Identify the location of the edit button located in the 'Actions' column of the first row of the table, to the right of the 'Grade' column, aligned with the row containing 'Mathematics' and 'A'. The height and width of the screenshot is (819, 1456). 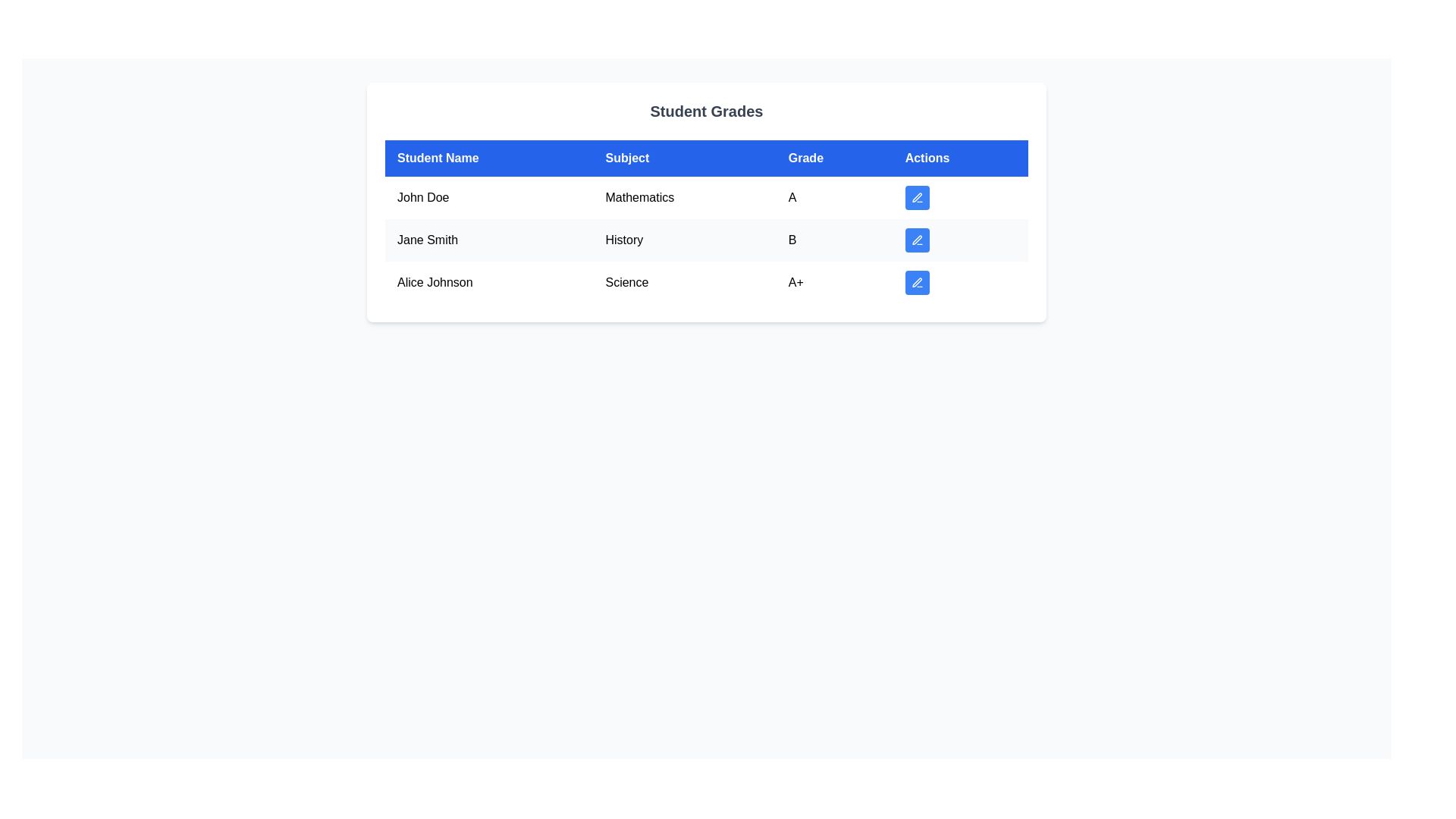
(916, 197).